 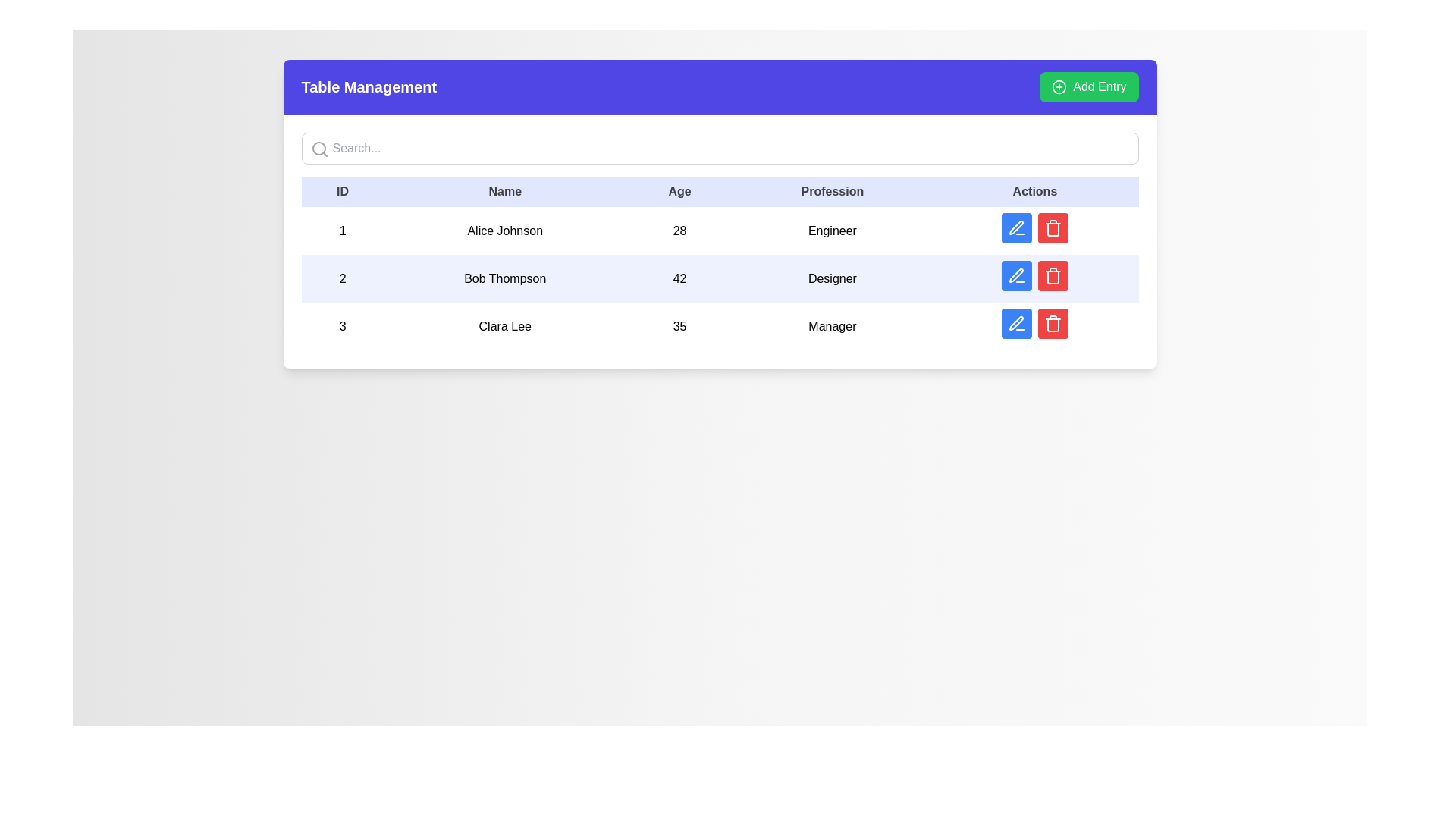 I want to click on the 'Actions' column header in the data table, which is the fifth and last column header indicating controls for modifying or deleting entries, so click(x=1034, y=191).